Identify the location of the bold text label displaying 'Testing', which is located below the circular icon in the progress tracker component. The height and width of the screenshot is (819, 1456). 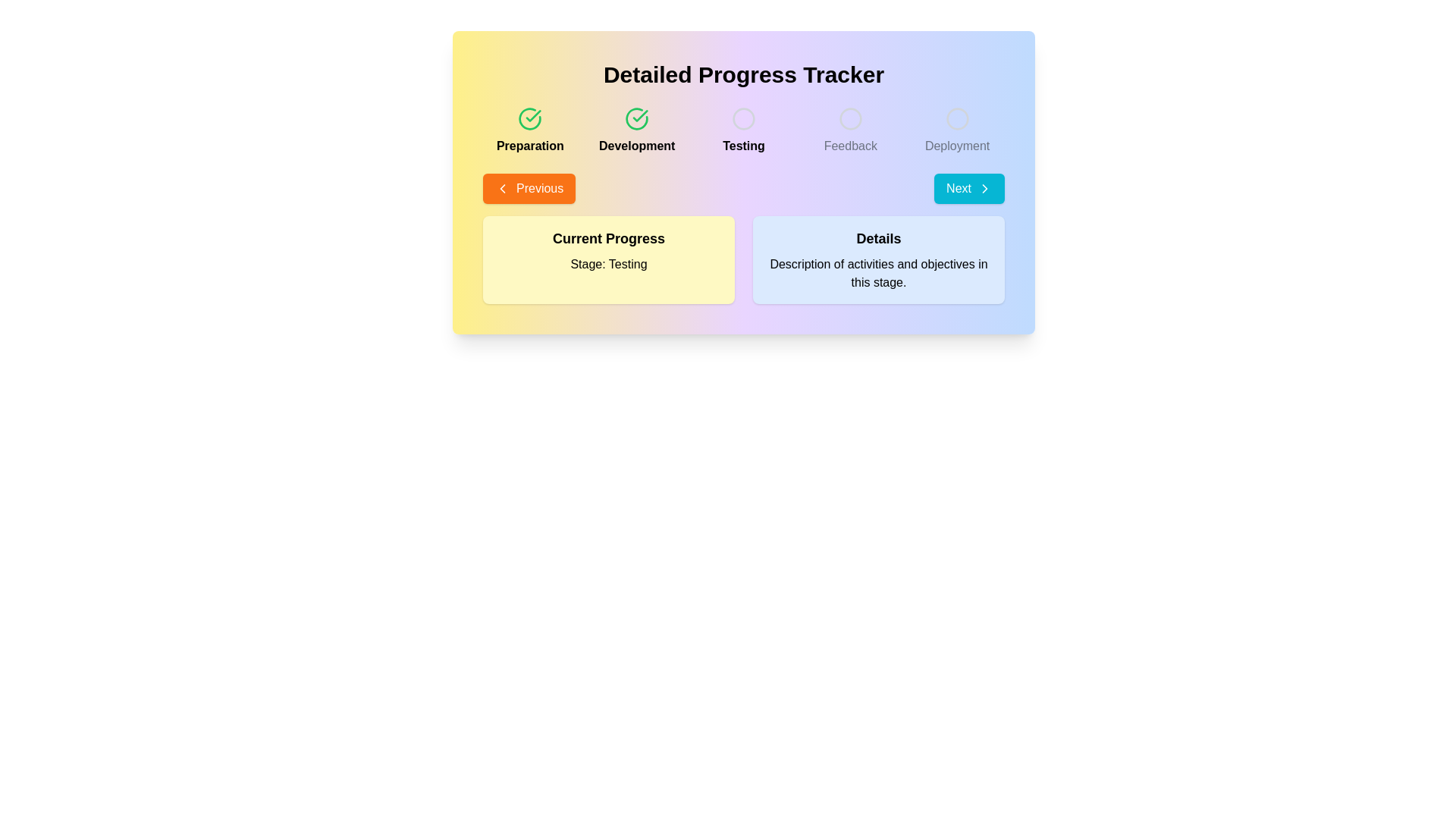
(743, 146).